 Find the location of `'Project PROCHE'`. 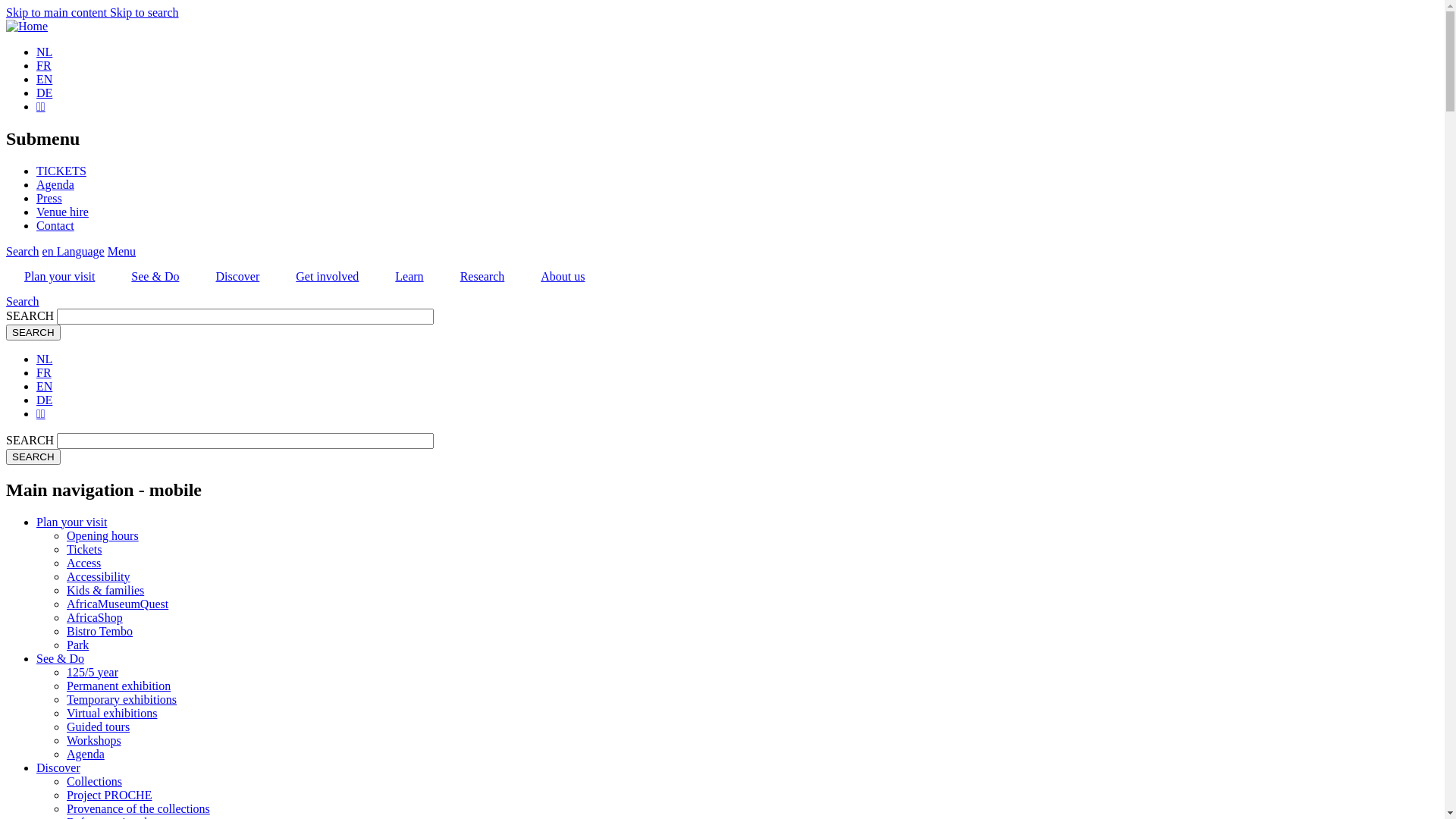

'Project PROCHE' is located at coordinates (65, 794).